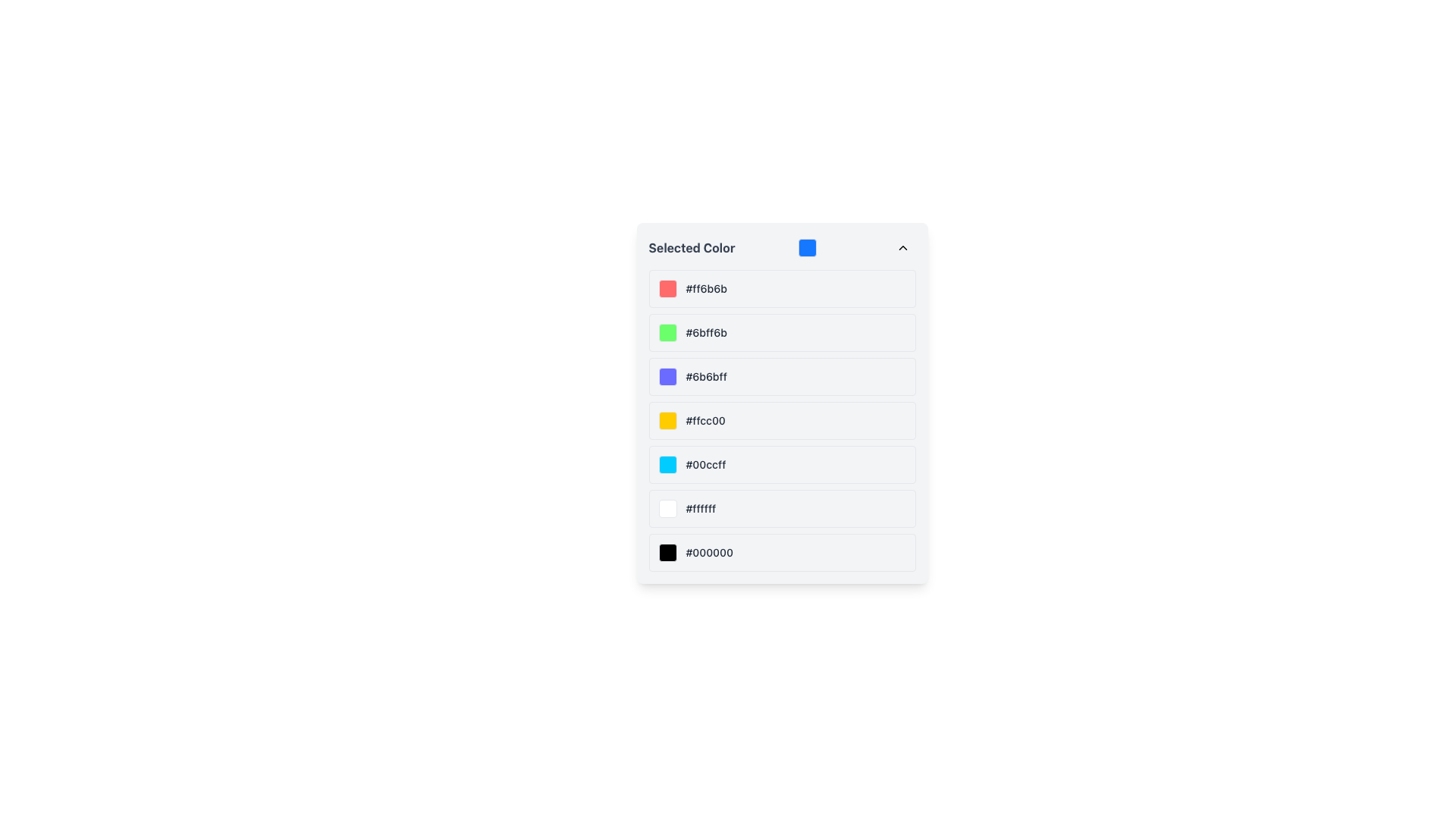 The height and width of the screenshot is (819, 1456). I want to click on the blue Color Indicator box with rounded corners located in the third row of color options, so click(667, 376).